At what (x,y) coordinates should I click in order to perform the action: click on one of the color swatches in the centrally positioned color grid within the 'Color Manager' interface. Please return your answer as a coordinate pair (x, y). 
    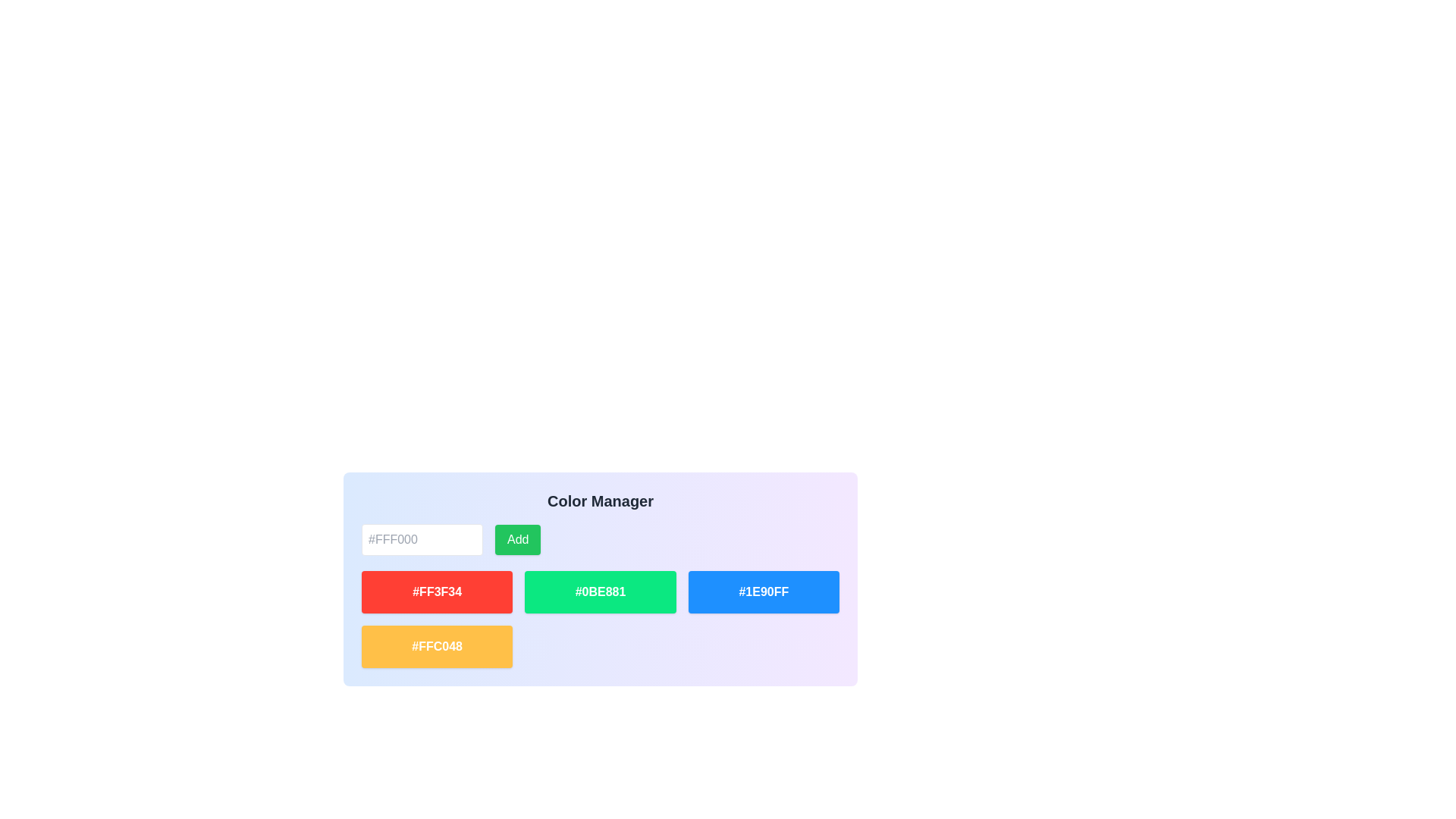
    Looking at the image, I should click on (600, 620).